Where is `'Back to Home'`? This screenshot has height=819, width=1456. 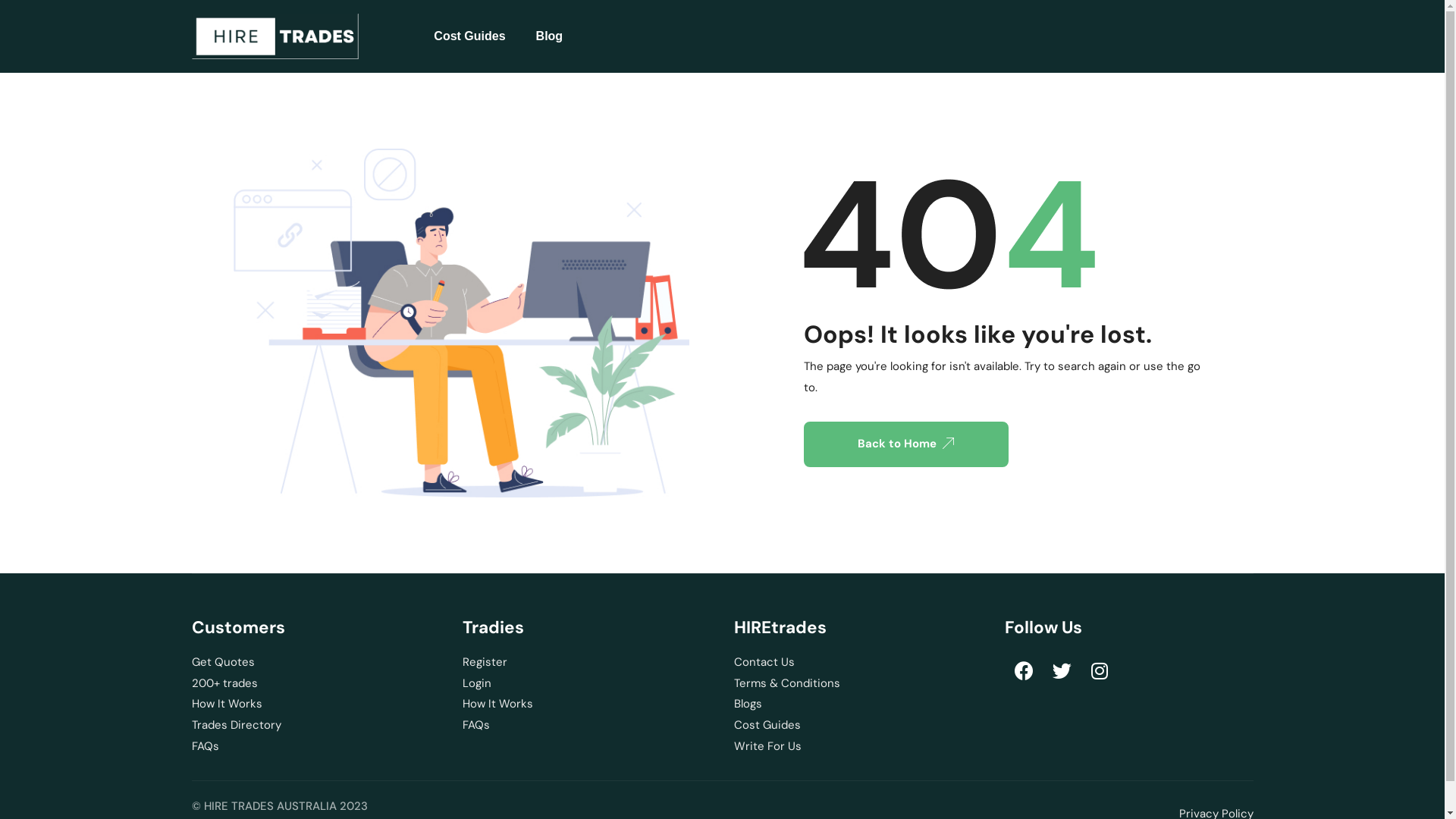
'Back to Home' is located at coordinates (906, 444).